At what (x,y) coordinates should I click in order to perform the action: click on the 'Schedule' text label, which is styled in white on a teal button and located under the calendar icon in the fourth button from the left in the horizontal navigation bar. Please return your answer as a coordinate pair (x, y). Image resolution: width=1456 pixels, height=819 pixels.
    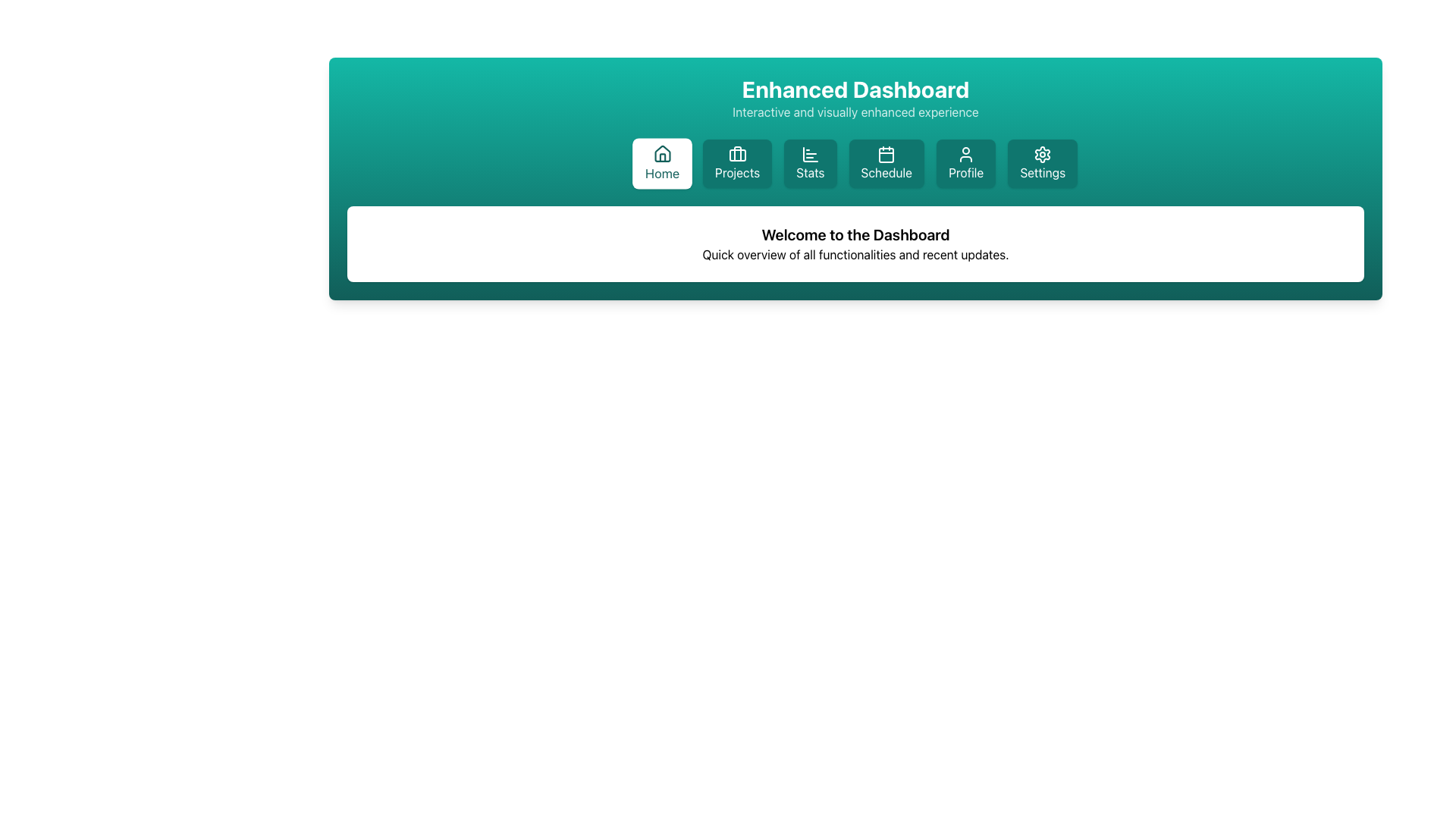
    Looking at the image, I should click on (886, 171).